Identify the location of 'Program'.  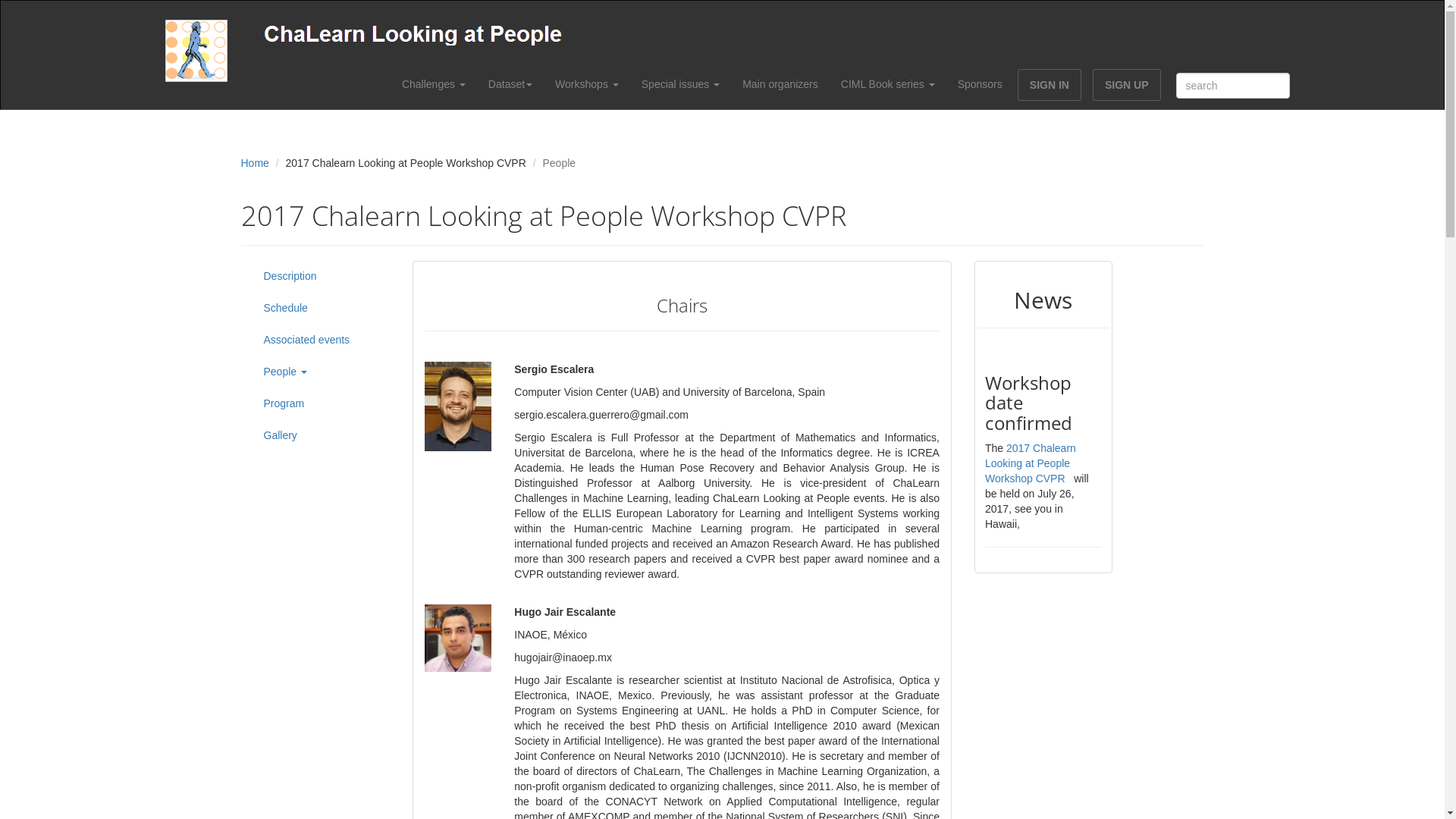
(319, 403).